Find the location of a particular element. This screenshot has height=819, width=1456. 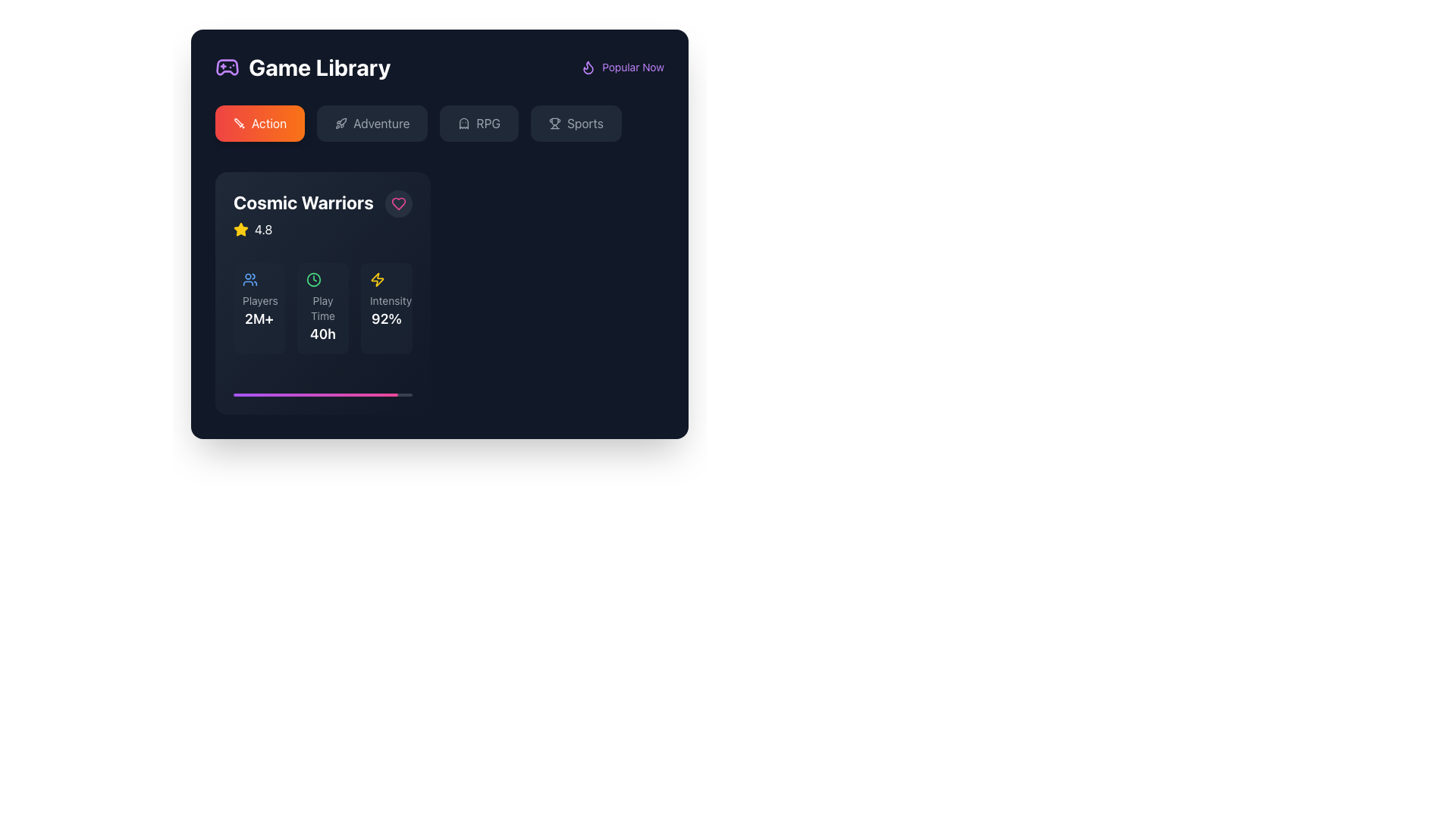

the text label within the button that describes its purpose as 'Action', located near the 'Game Library' section is located at coordinates (269, 122).